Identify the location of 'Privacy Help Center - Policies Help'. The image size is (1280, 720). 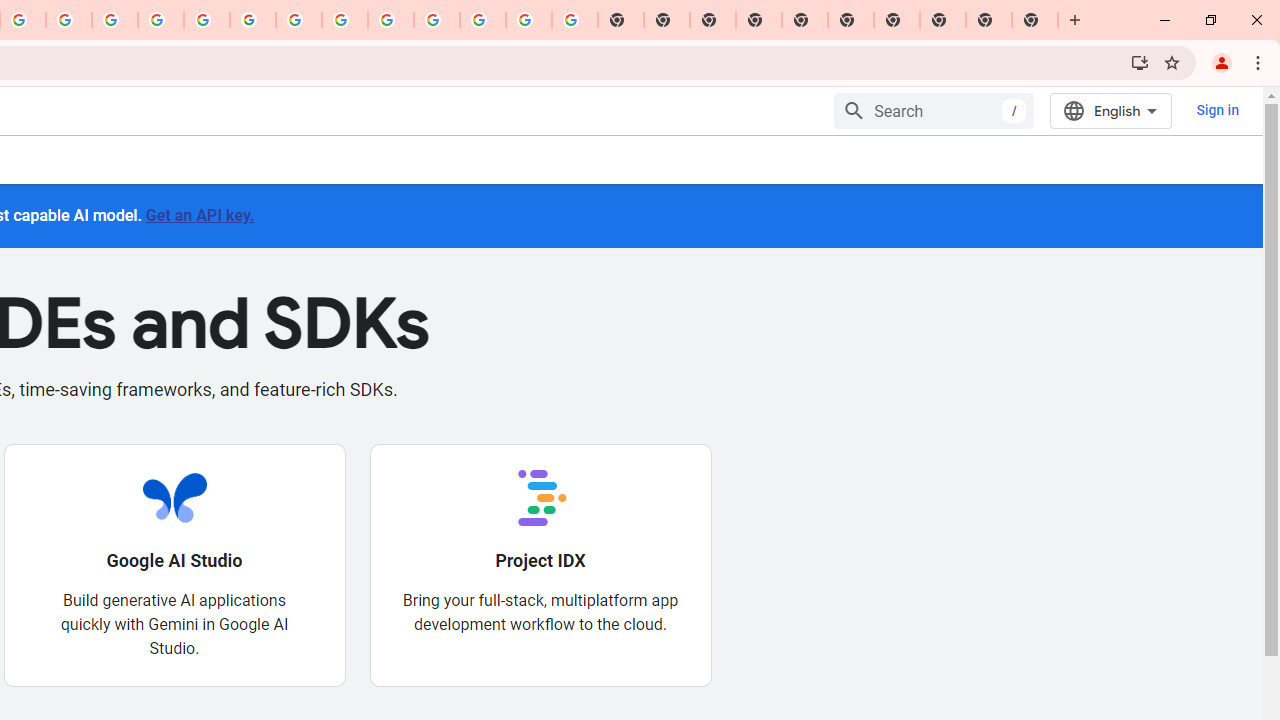
(114, 20).